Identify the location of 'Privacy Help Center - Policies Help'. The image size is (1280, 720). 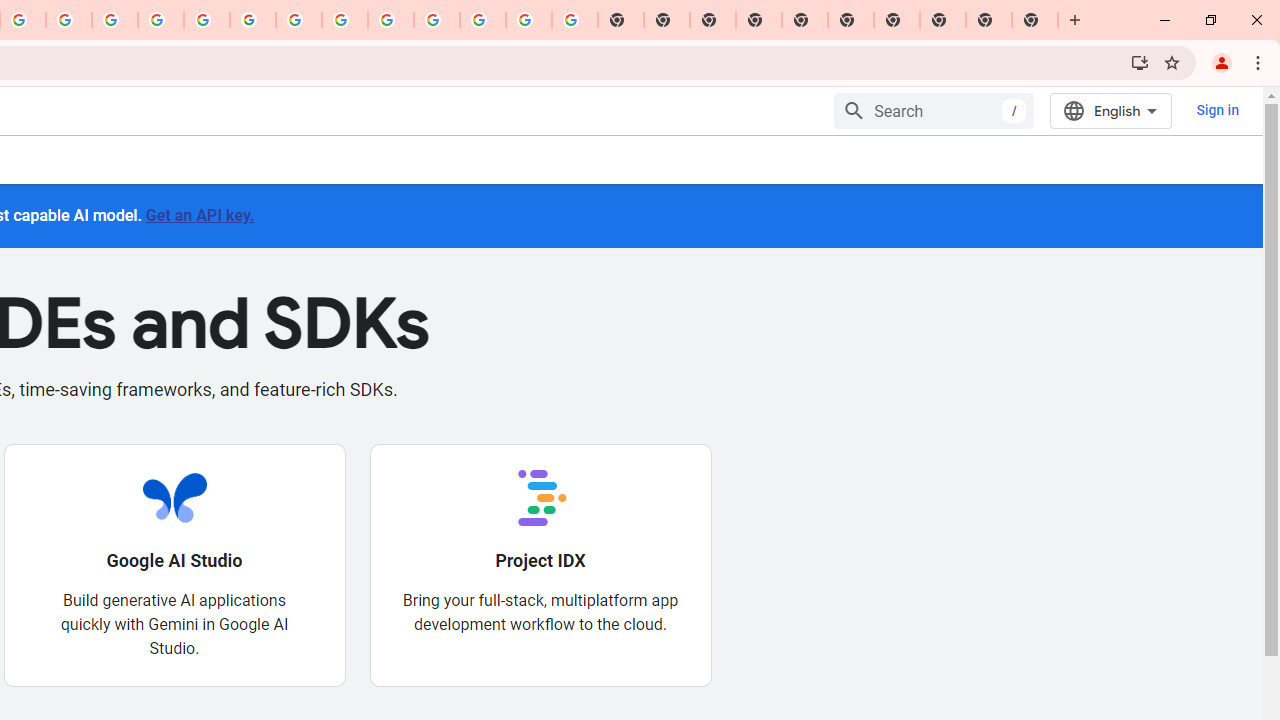
(114, 20).